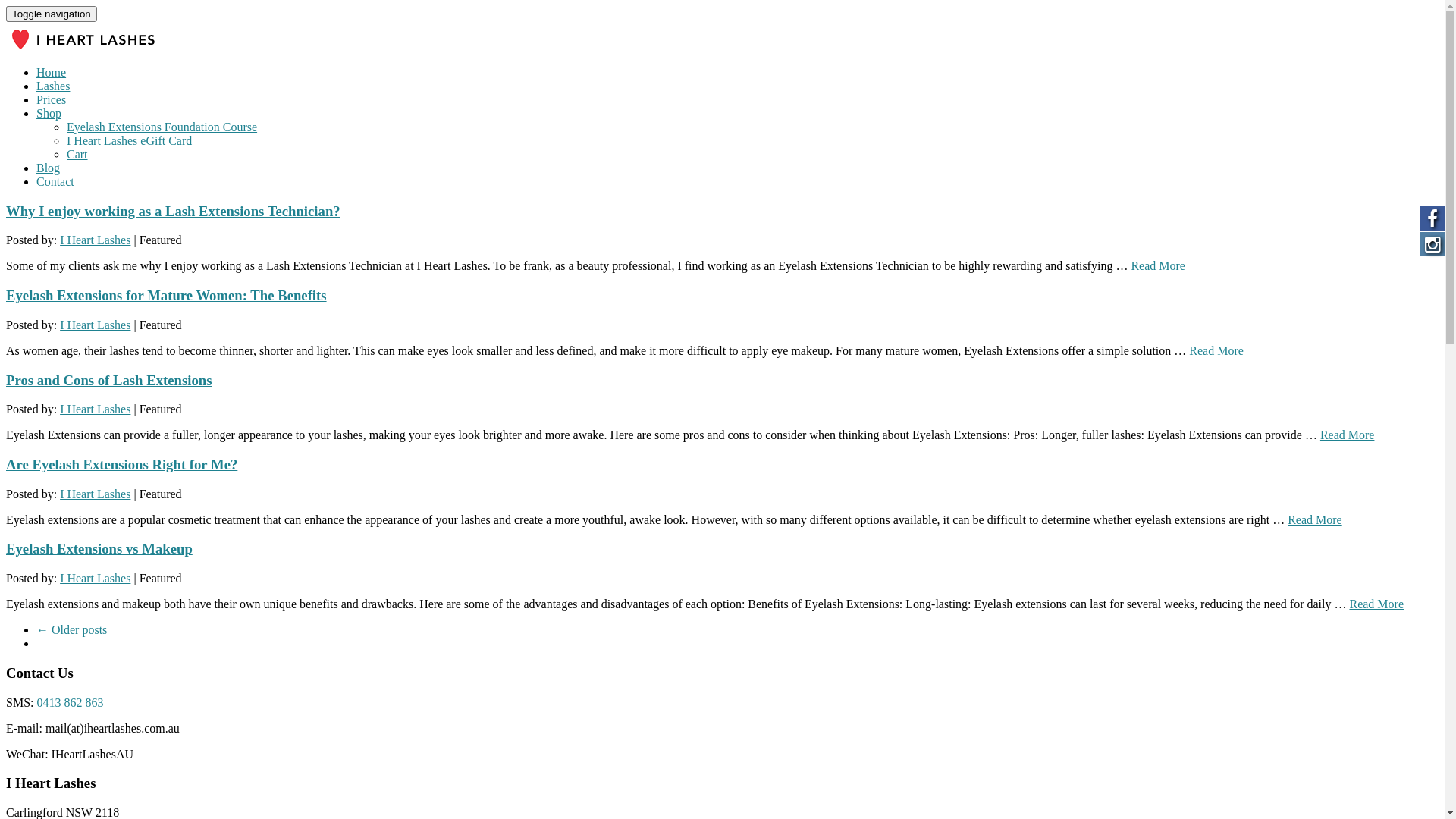 This screenshot has height=819, width=1456. What do you see at coordinates (55, 180) in the screenshot?
I see `'Contact'` at bounding box center [55, 180].